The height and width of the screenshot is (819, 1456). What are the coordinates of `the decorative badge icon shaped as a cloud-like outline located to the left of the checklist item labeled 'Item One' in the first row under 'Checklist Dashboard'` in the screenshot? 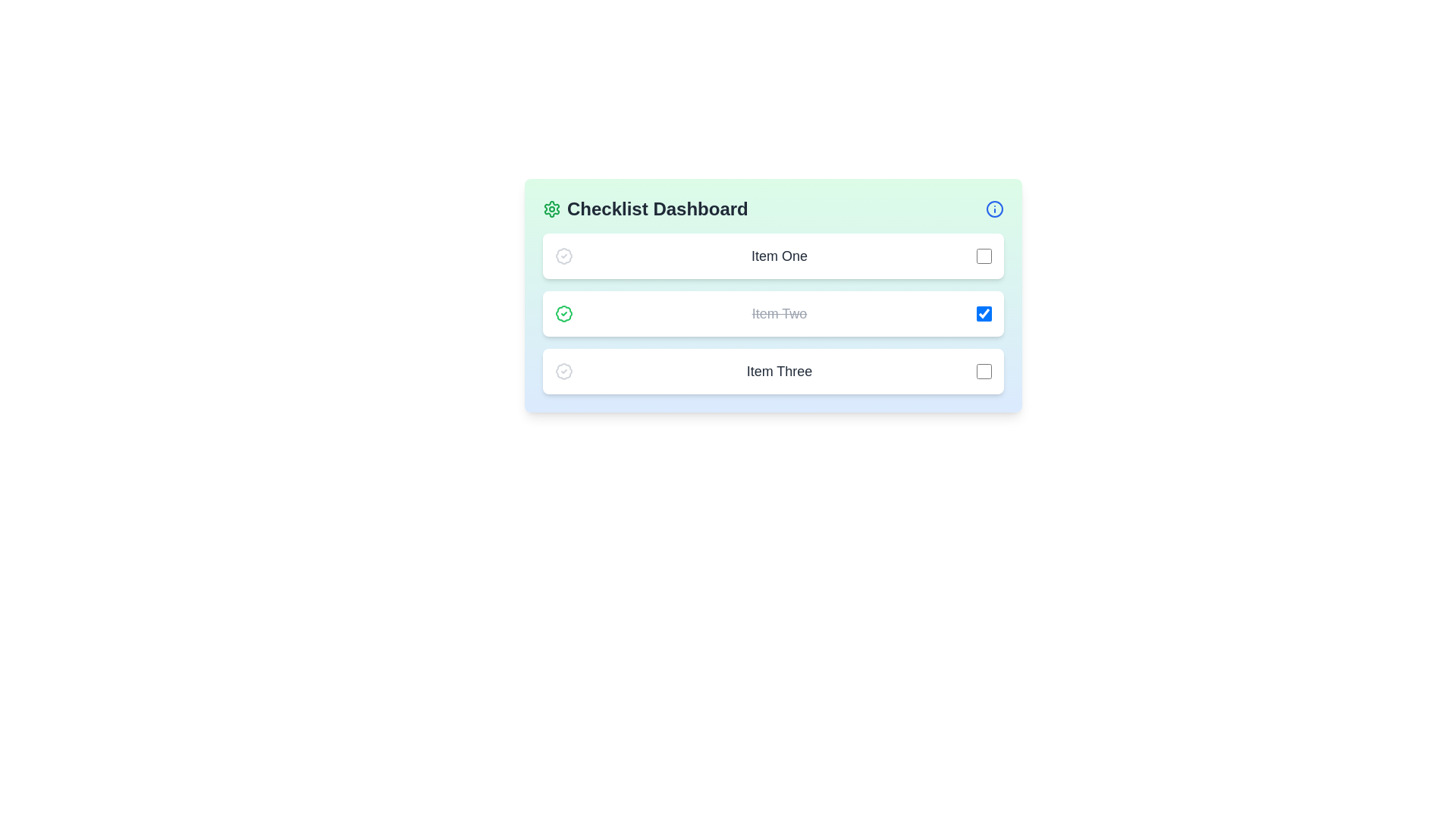 It's located at (563, 256).